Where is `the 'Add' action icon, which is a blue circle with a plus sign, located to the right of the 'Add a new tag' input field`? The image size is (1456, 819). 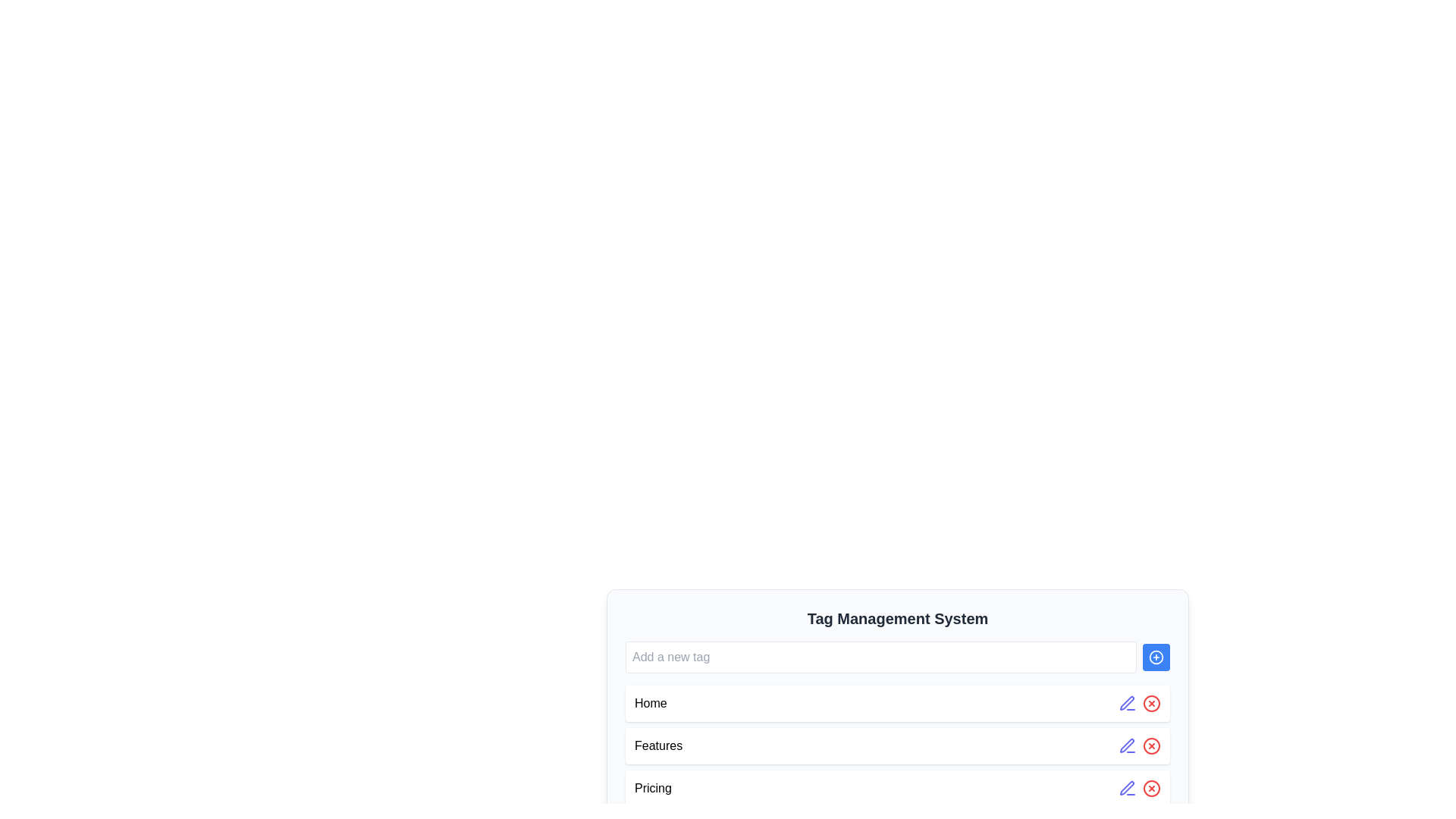
the 'Add' action icon, which is a blue circle with a plus sign, located to the right of the 'Add a new tag' input field is located at coordinates (1156, 657).